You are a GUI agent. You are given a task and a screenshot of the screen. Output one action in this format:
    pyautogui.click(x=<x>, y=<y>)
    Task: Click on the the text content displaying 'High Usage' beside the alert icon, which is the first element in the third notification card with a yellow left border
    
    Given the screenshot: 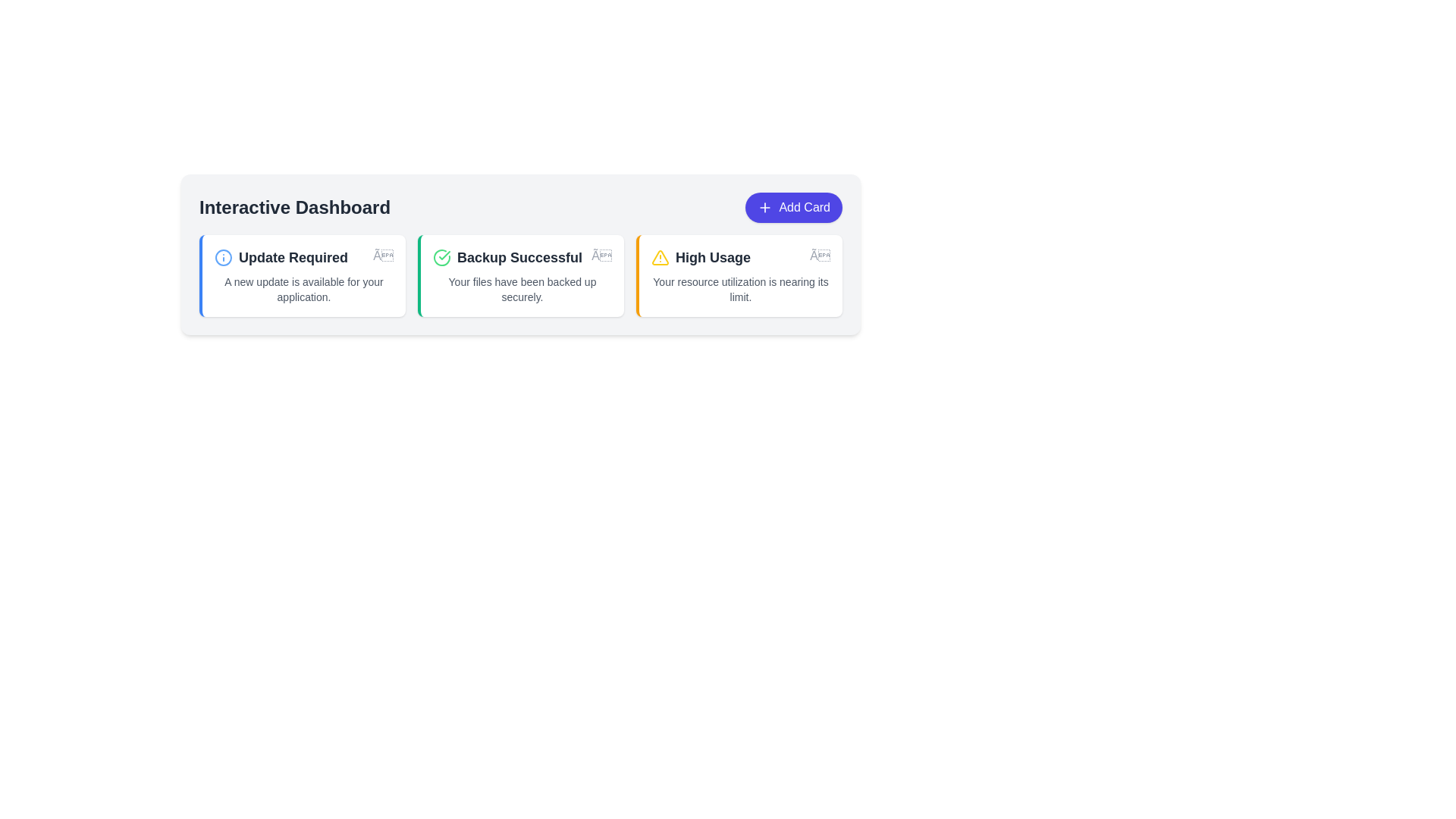 What is the action you would take?
    pyautogui.click(x=741, y=256)
    